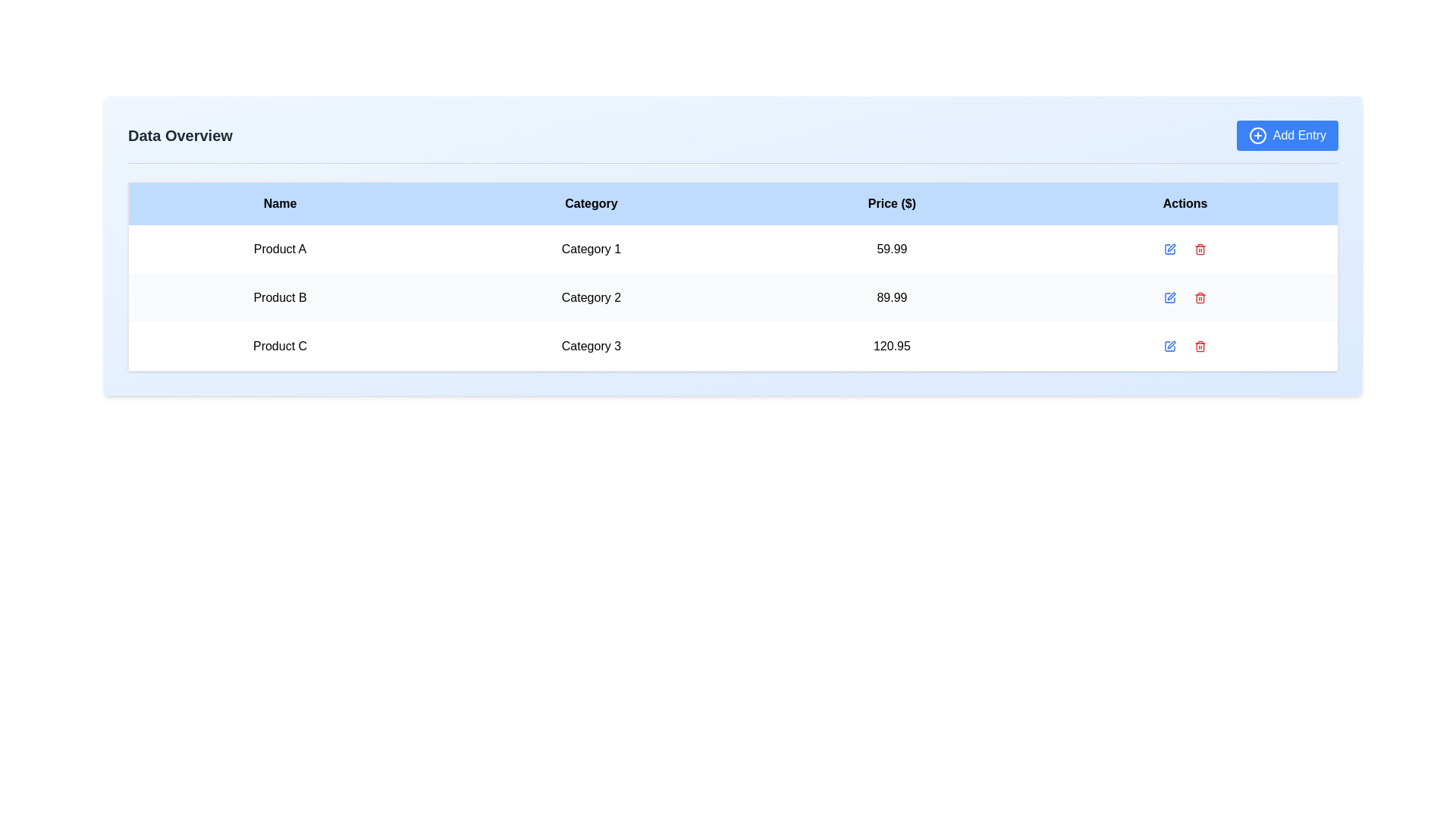 The height and width of the screenshot is (819, 1456). What do you see at coordinates (1200, 346) in the screenshot?
I see `the delete button located in the last row of the data table within the 'Actions' column` at bounding box center [1200, 346].